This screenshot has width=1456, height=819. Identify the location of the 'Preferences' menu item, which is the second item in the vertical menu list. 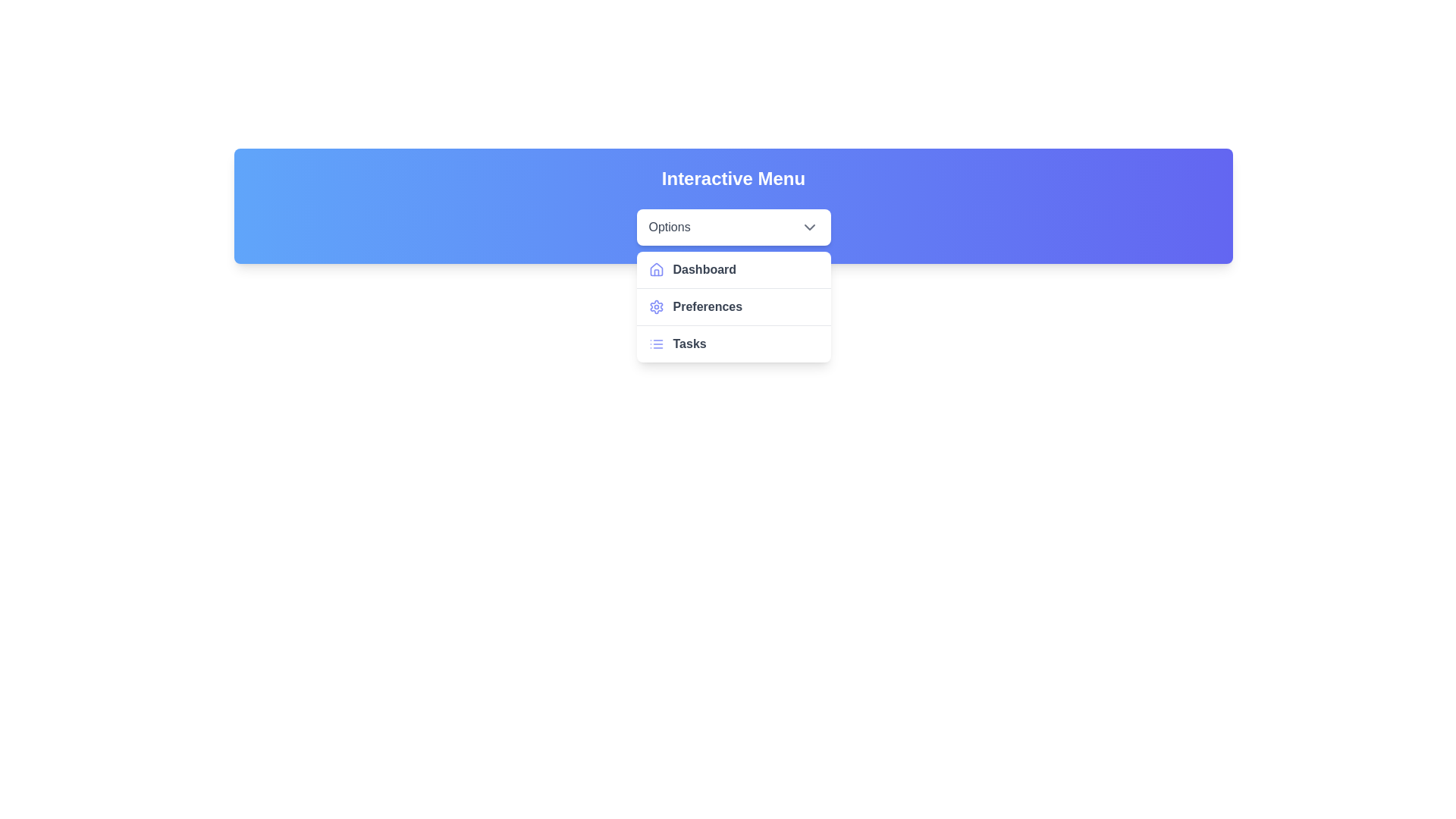
(733, 306).